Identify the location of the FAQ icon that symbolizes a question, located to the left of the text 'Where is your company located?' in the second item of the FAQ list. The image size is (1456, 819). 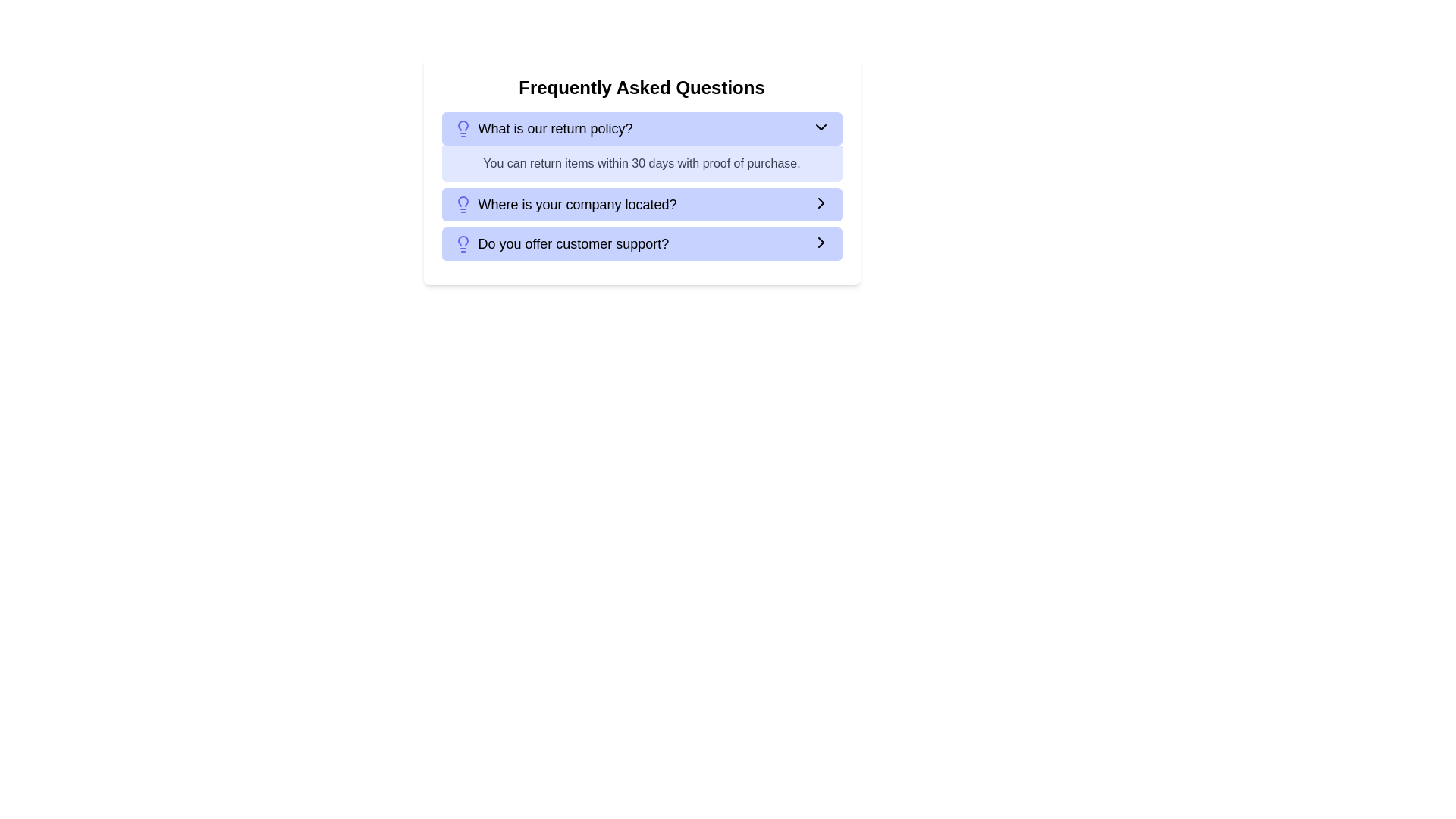
(462, 205).